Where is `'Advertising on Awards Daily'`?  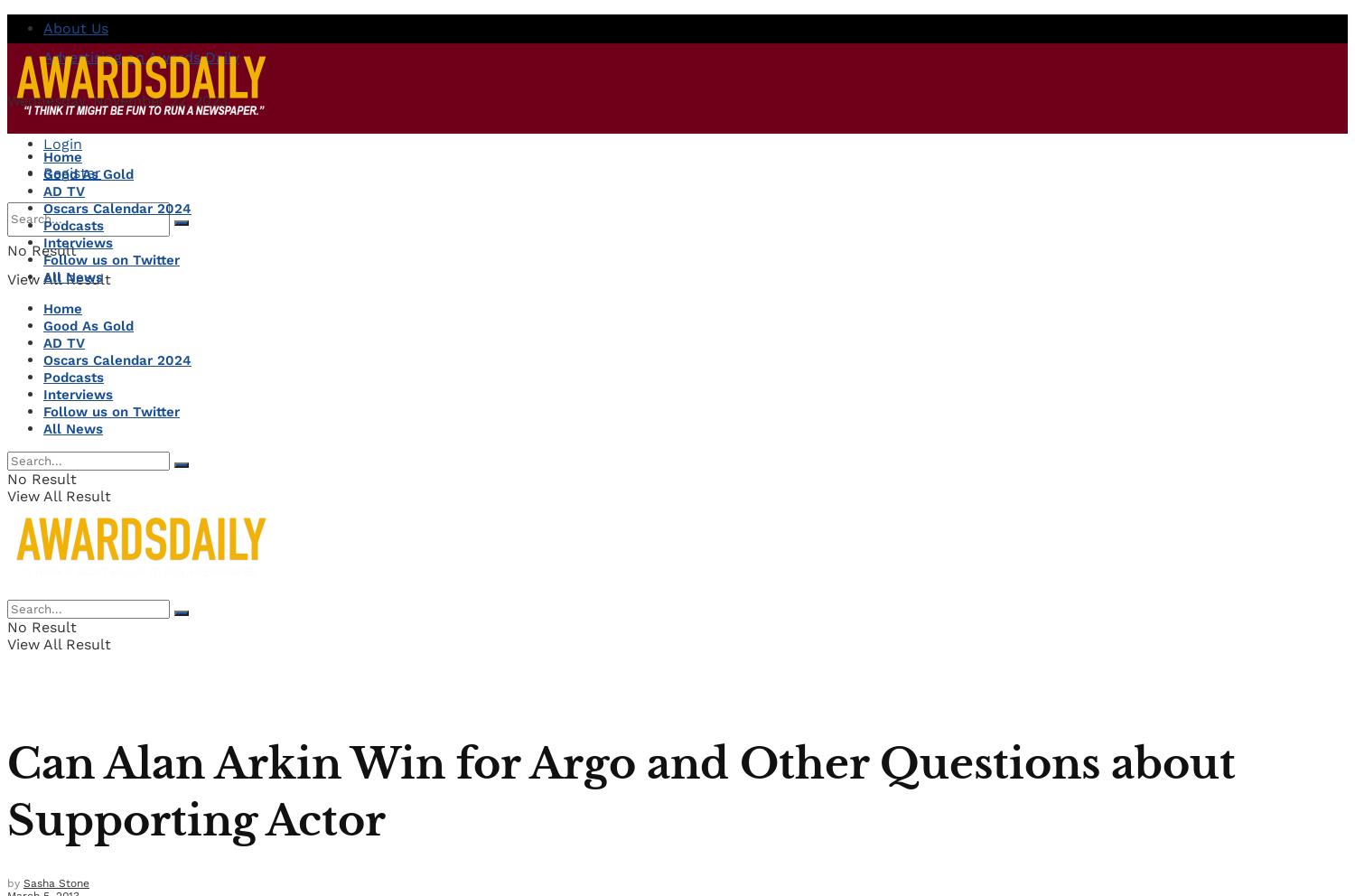
'Advertising on Awards Daily' is located at coordinates (141, 57).